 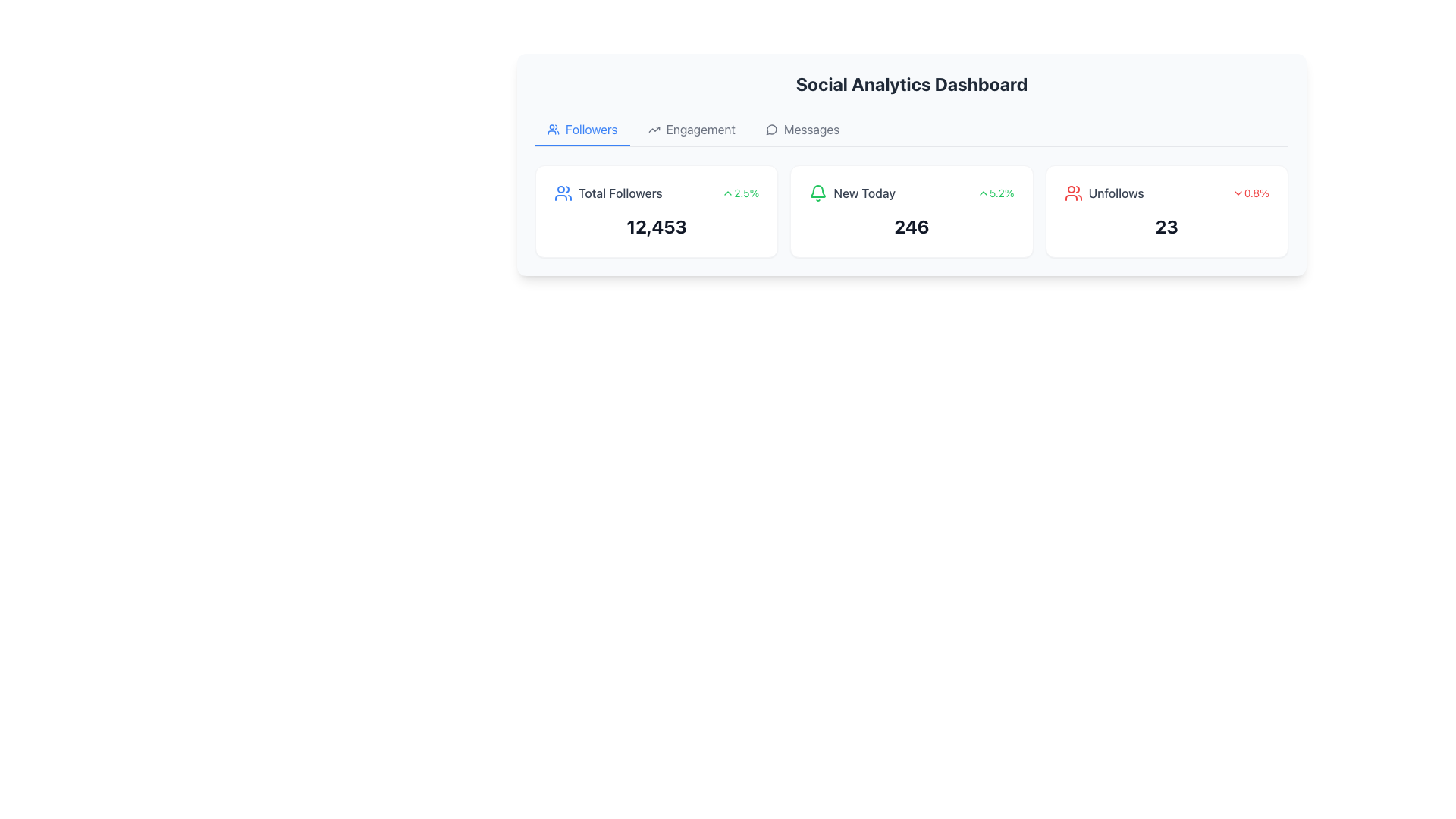 I want to click on the informational label indicating new statistics, located in the middle panel of the social analytics card interface, near the bell icon and above the numeric value '246', so click(x=852, y=192).